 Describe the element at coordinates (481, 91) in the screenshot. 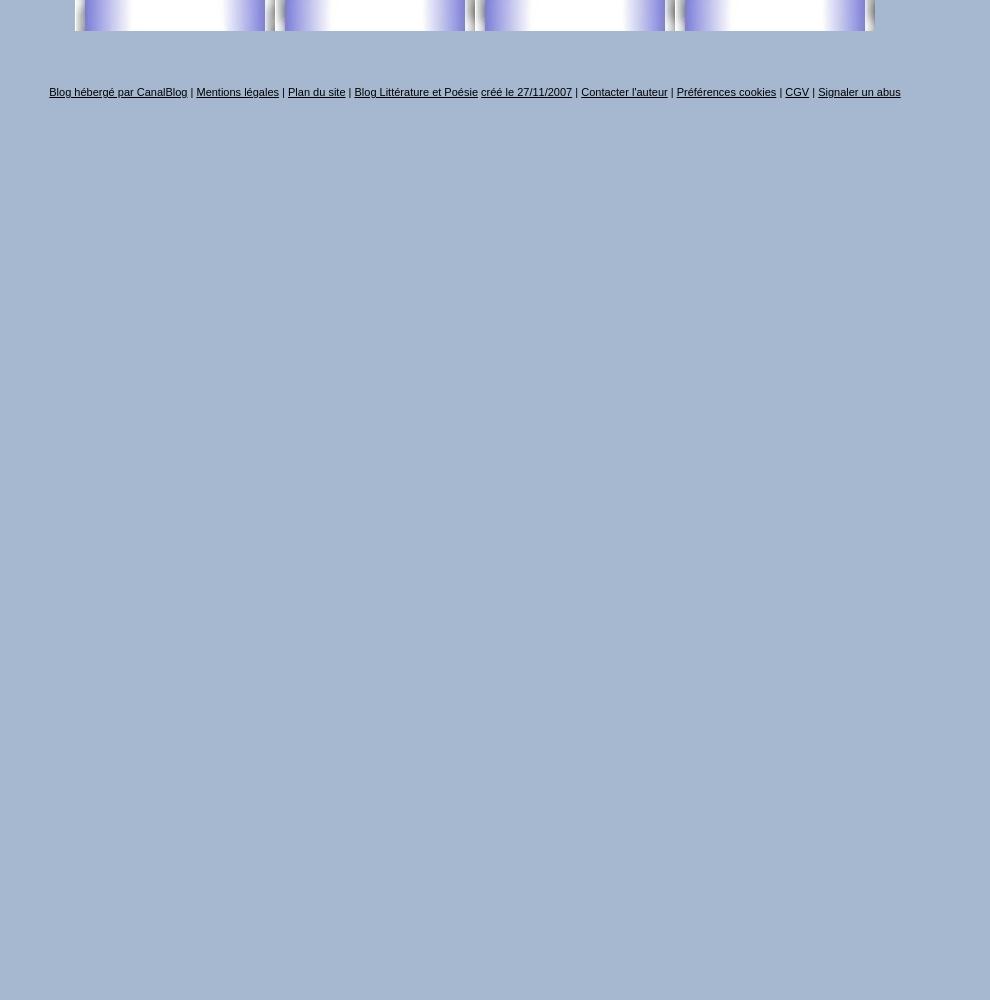

I see `'créé le 27/11/2007'` at that location.